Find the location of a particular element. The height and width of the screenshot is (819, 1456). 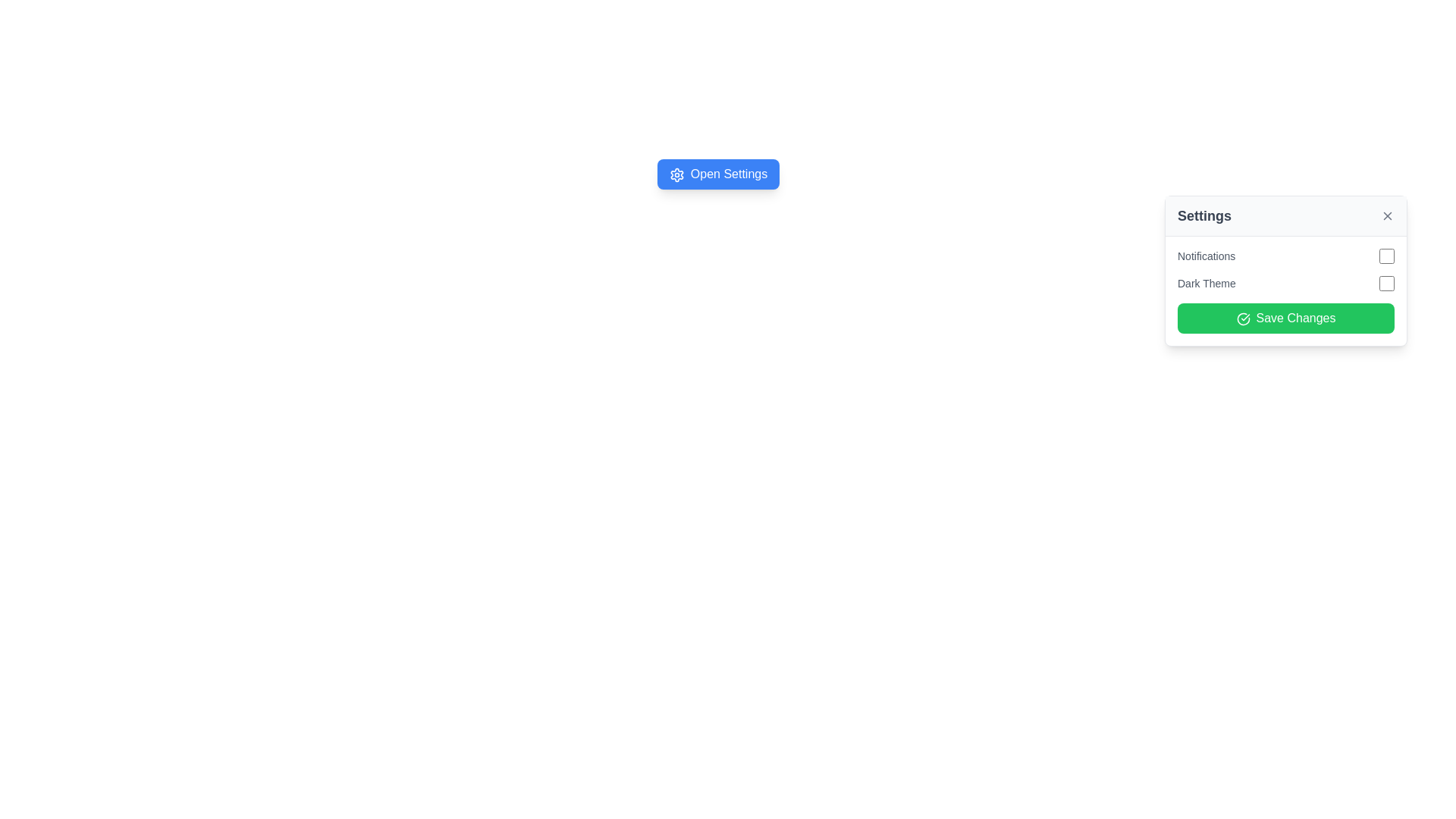

the distinct large green 'Save Changes' button with rounded corners located at the bottom center of the settings panel to observe the hover effect is located at coordinates (1285, 318).